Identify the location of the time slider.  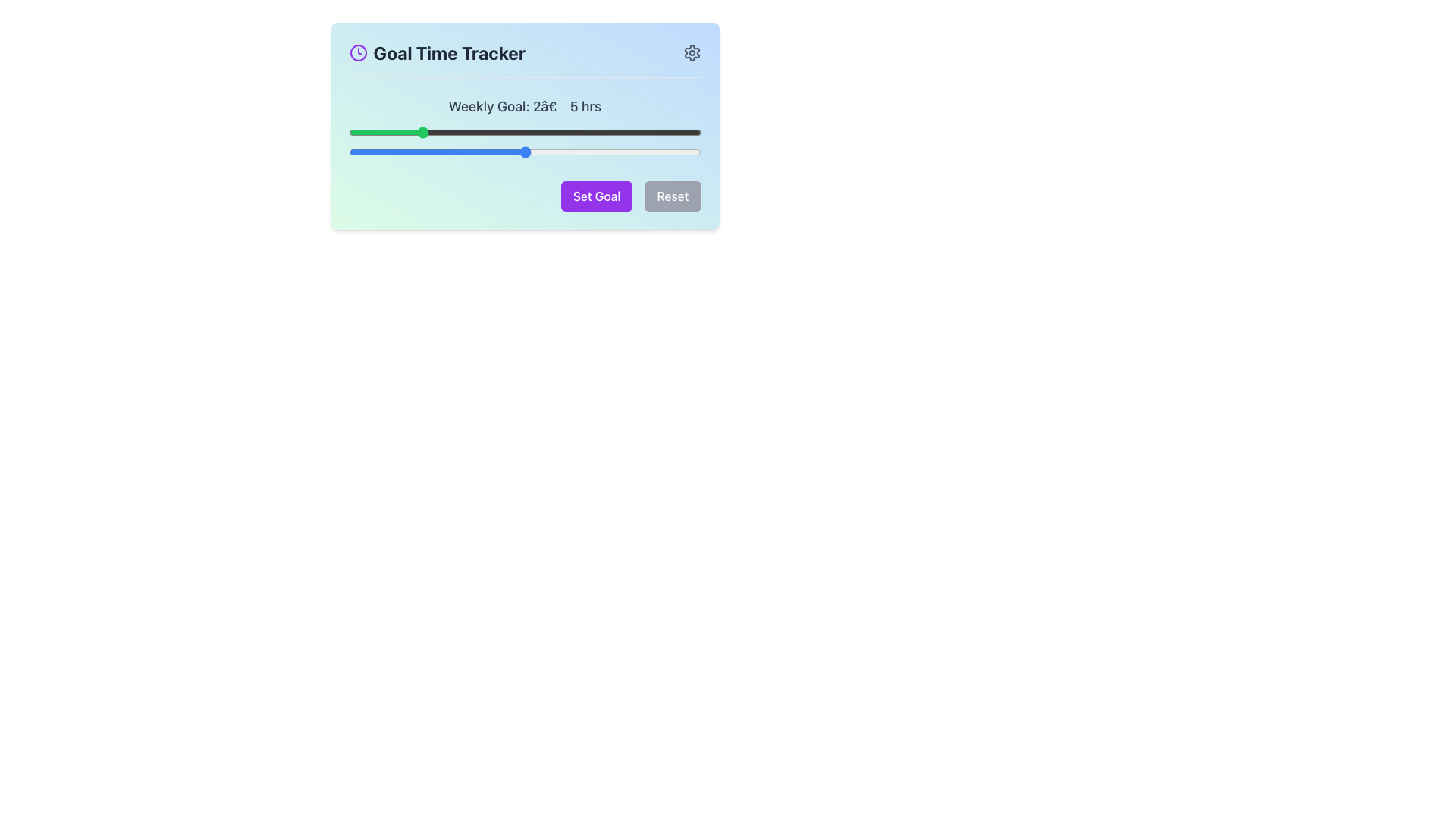
(630, 131).